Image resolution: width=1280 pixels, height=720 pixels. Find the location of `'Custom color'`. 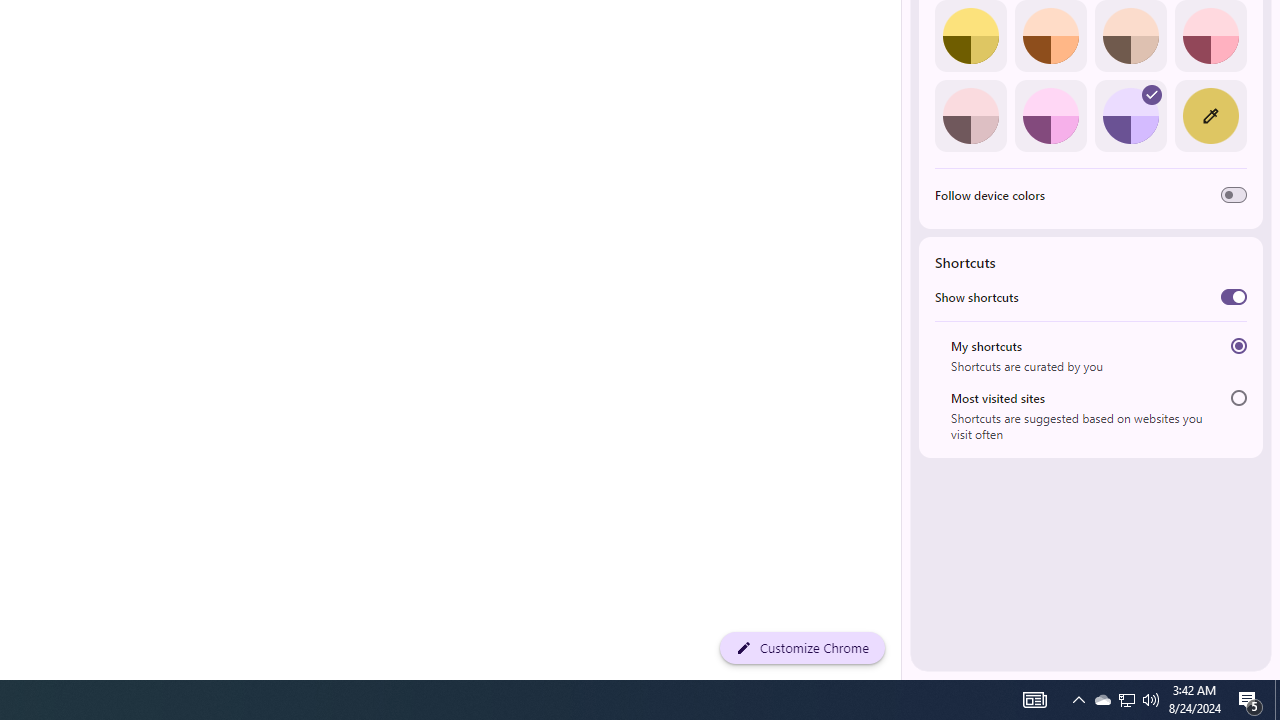

'Custom color' is located at coordinates (1209, 115).